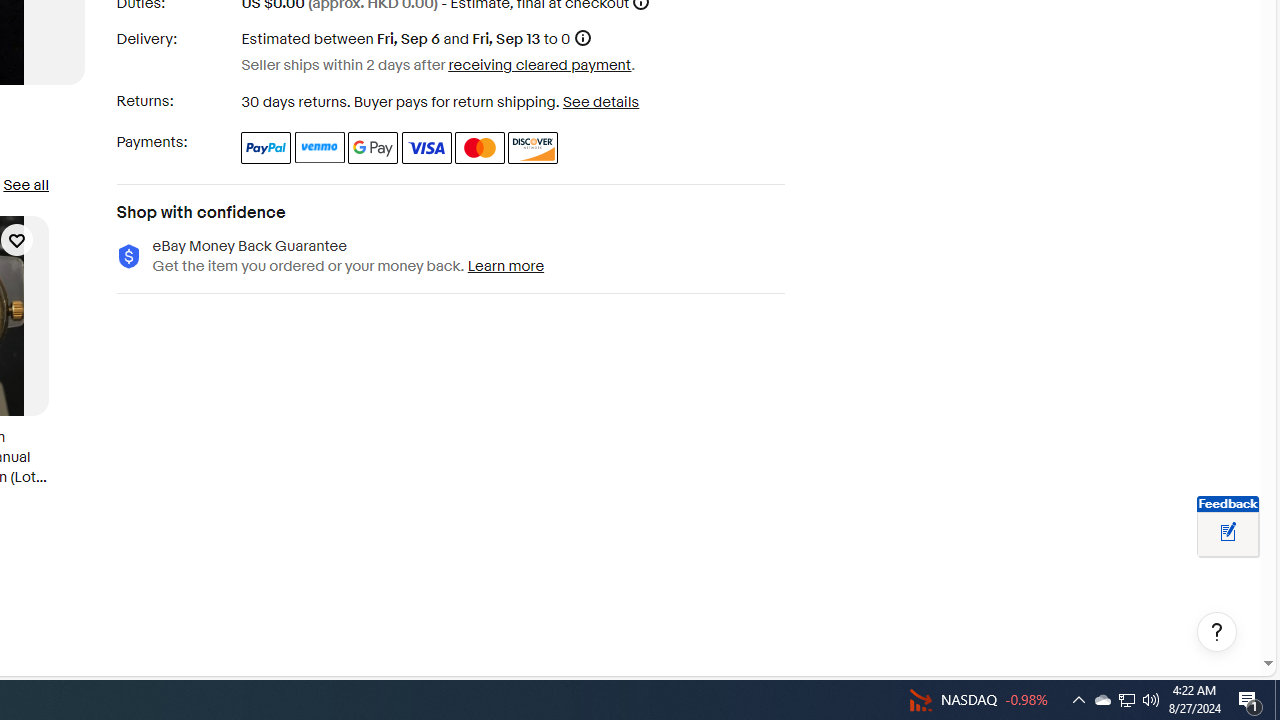 The height and width of the screenshot is (720, 1280). I want to click on 'PayPal', so click(265, 146).